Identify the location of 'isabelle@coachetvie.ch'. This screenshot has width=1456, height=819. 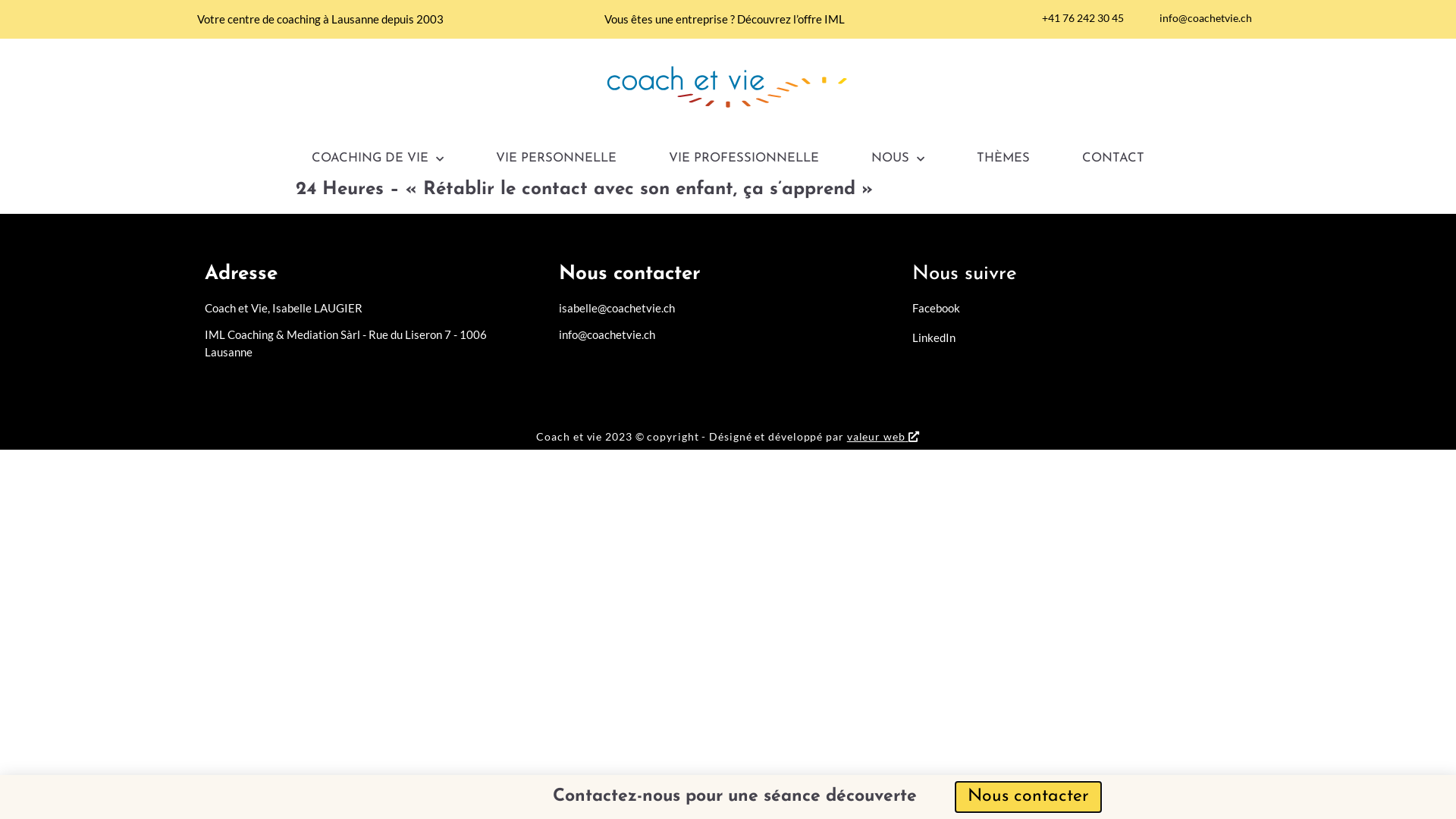
(558, 307).